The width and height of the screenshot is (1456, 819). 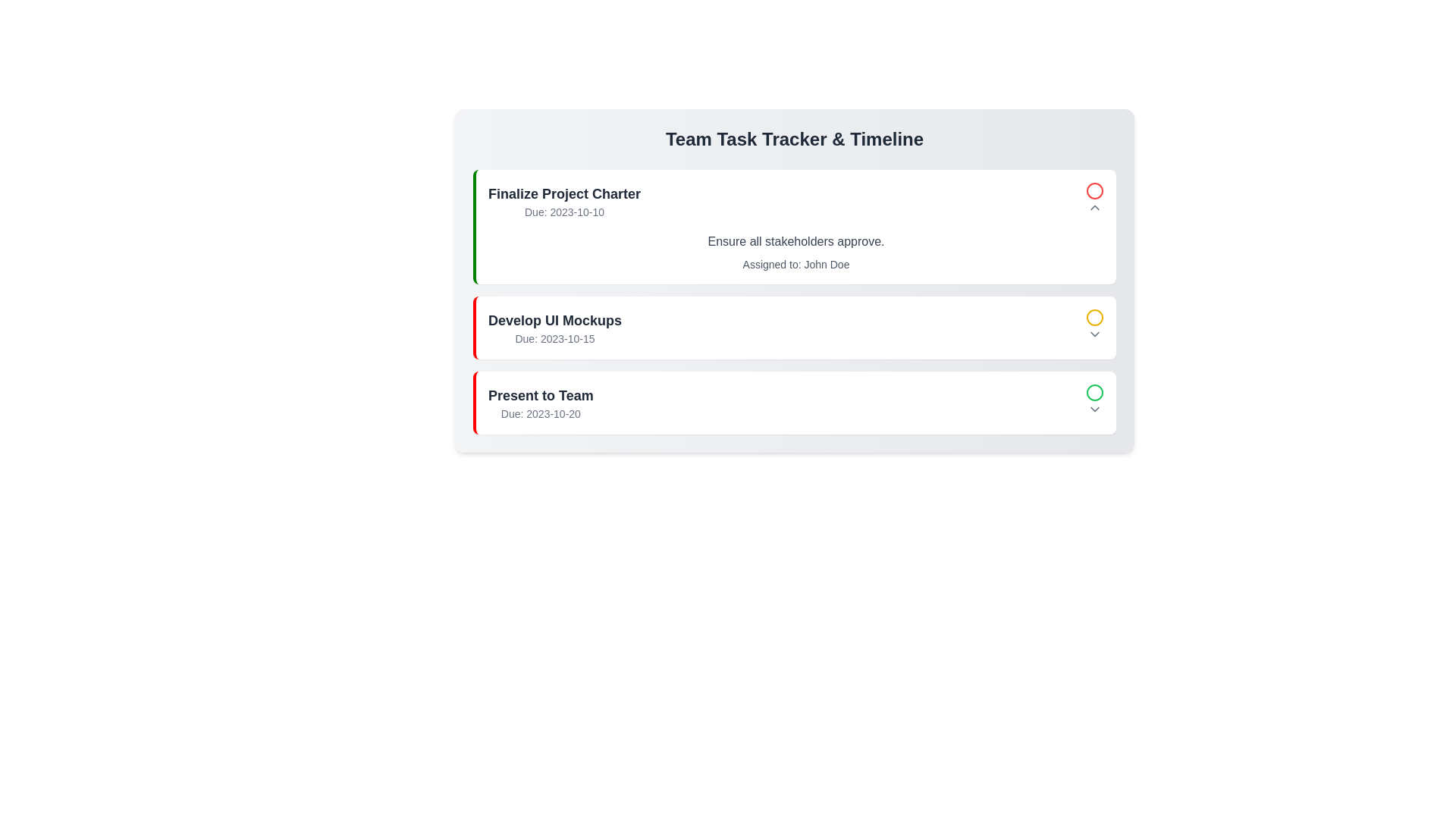 I want to click on the yellow circular graphic indicator located on the right side of the 'Develop UI Mockups' task in the task tracker interface, so click(x=1095, y=317).